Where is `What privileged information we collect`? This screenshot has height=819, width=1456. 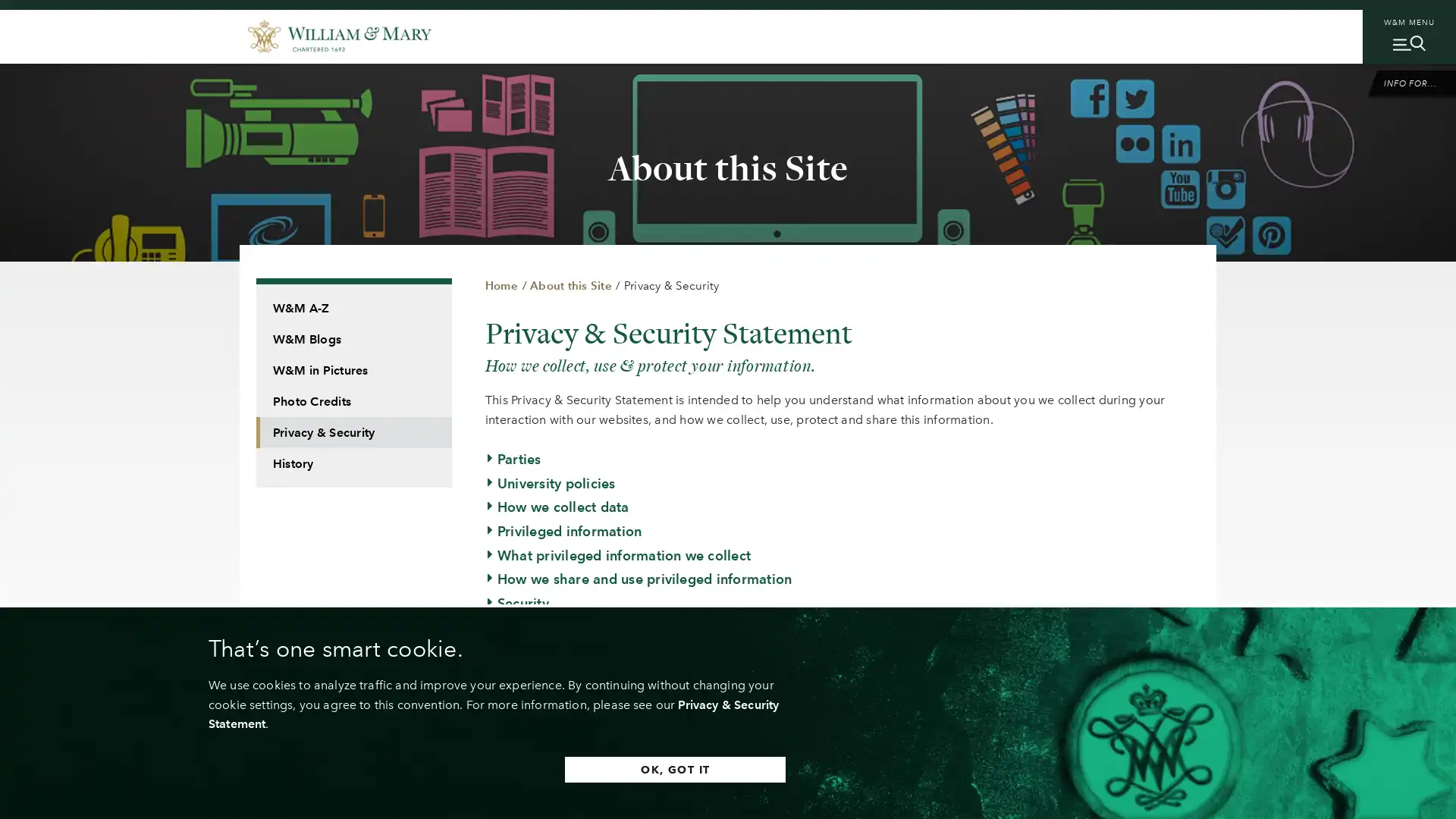 What privileged information we collect is located at coordinates (618, 555).